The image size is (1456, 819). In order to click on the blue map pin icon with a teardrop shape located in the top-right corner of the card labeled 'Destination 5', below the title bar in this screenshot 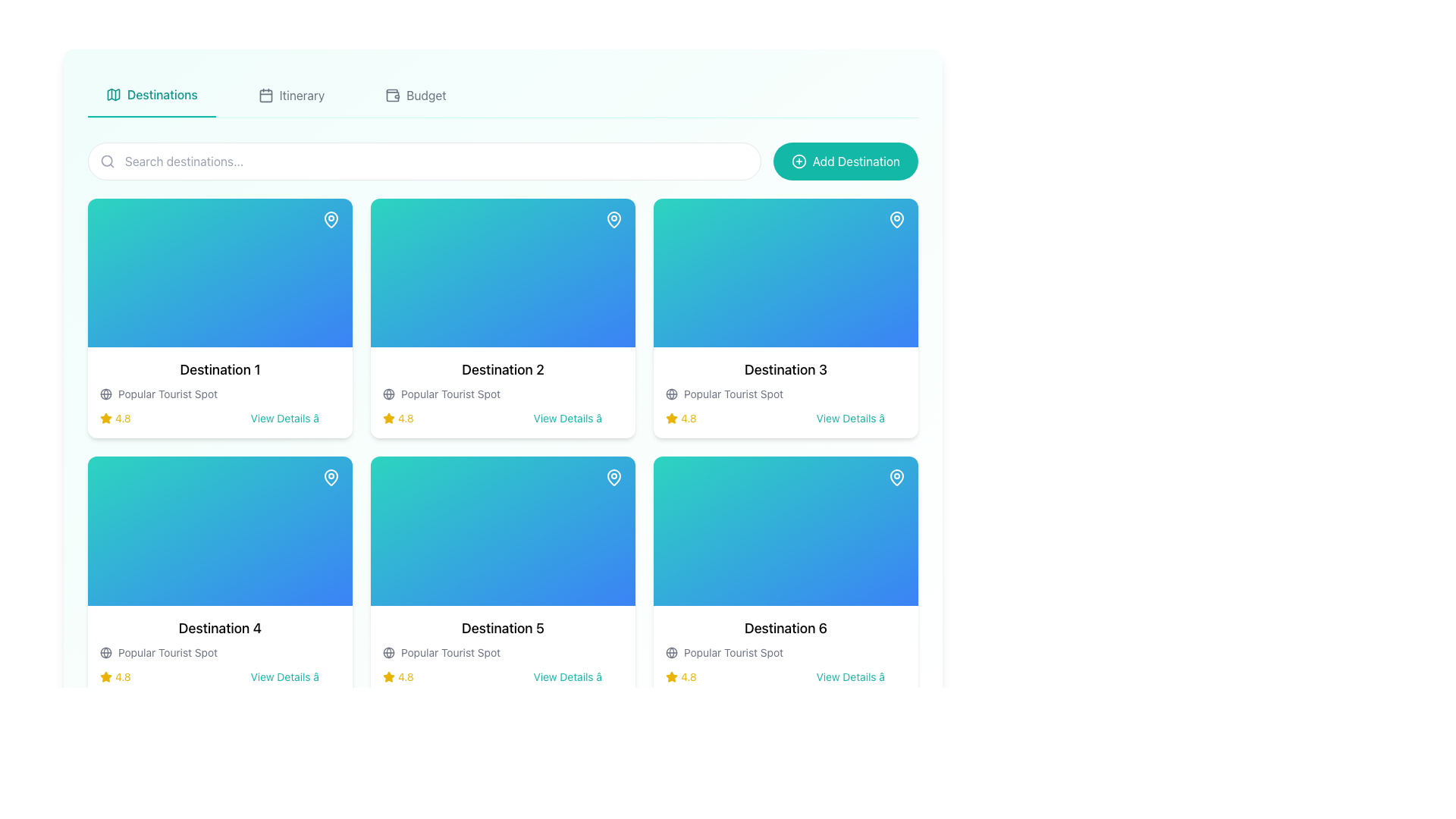, I will do `click(614, 476)`.